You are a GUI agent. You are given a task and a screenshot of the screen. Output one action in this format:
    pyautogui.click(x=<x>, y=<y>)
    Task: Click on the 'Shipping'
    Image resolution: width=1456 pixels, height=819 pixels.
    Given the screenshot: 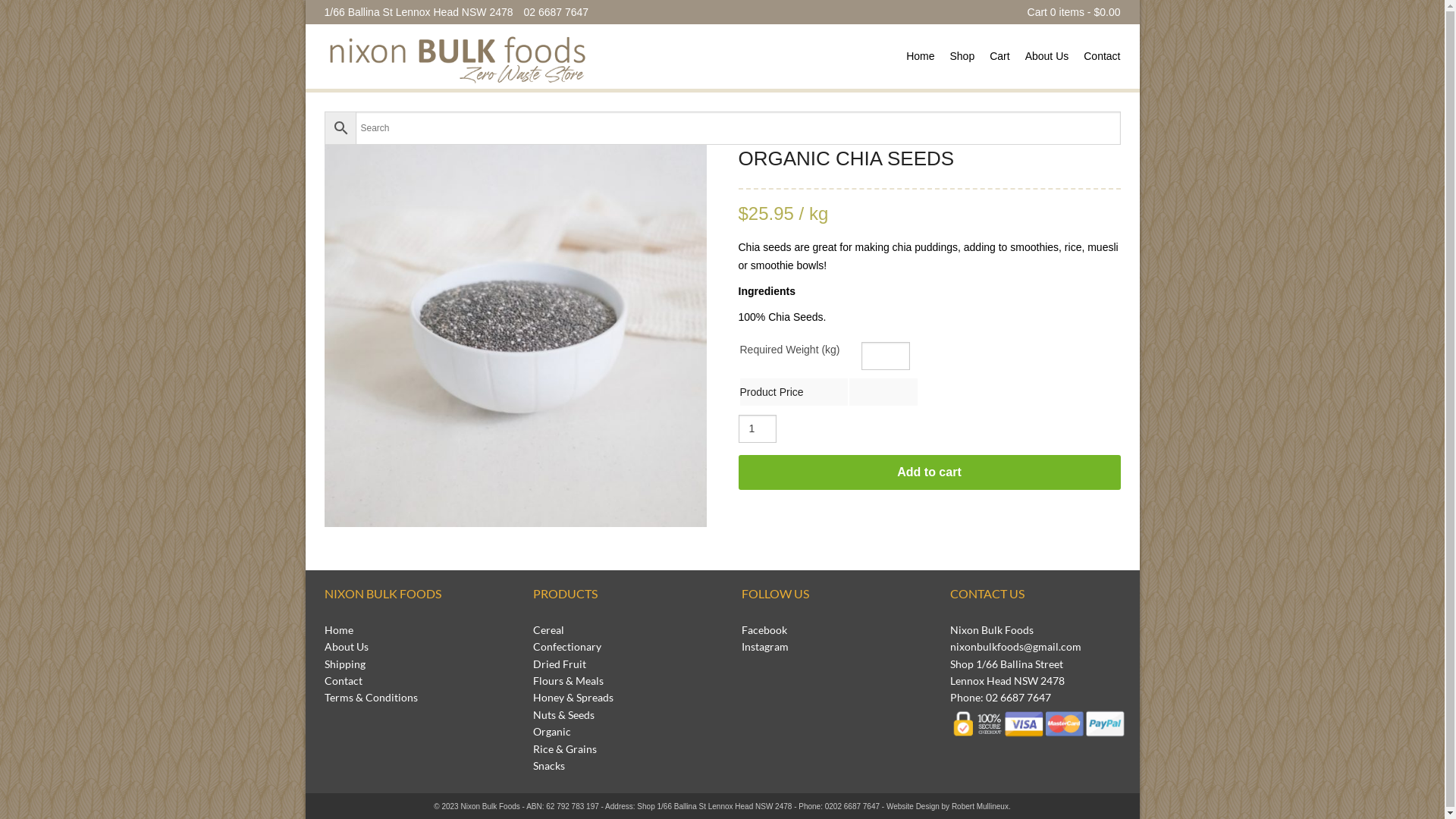 What is the action you would take?
    pyautogui.click(x=323, y=663)
    